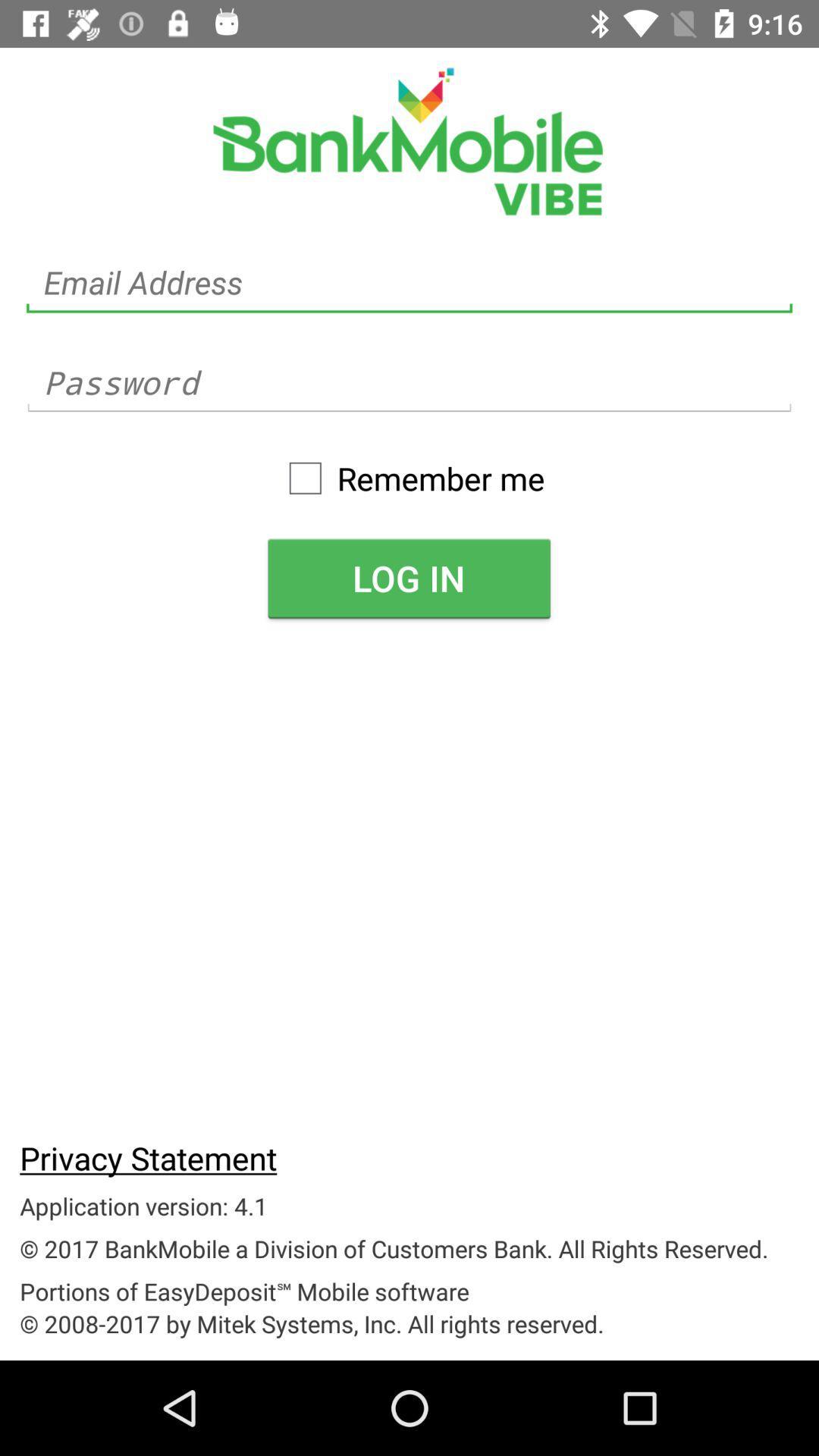 This screenshot has height=1456, width=819. I want to click on shows type email address, so click(409, 283).